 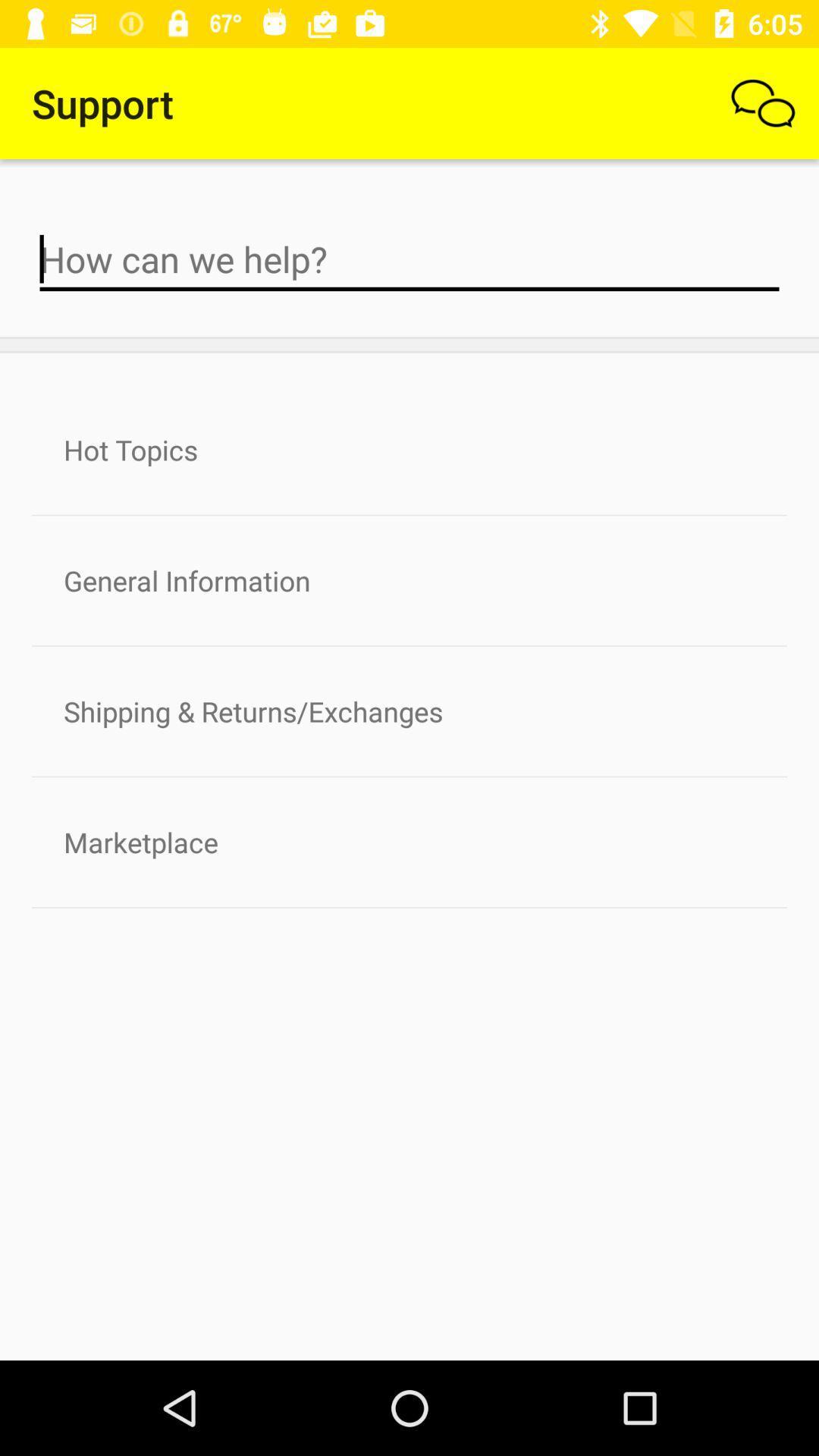 I want to click on the marketplace, so click(x=409, y=841).